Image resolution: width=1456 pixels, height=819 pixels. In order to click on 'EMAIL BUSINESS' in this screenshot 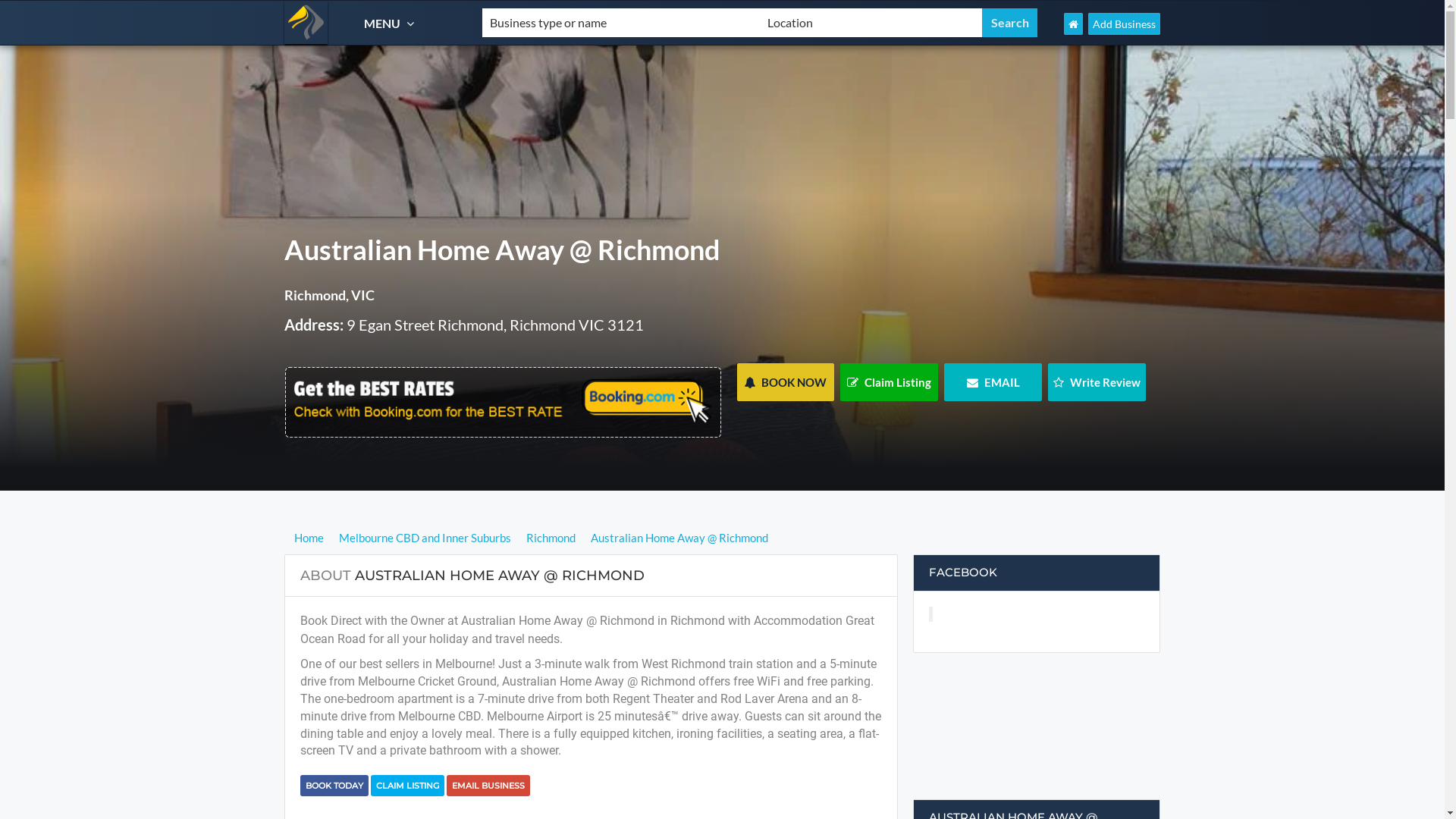, I will do `click(488, 785)`.